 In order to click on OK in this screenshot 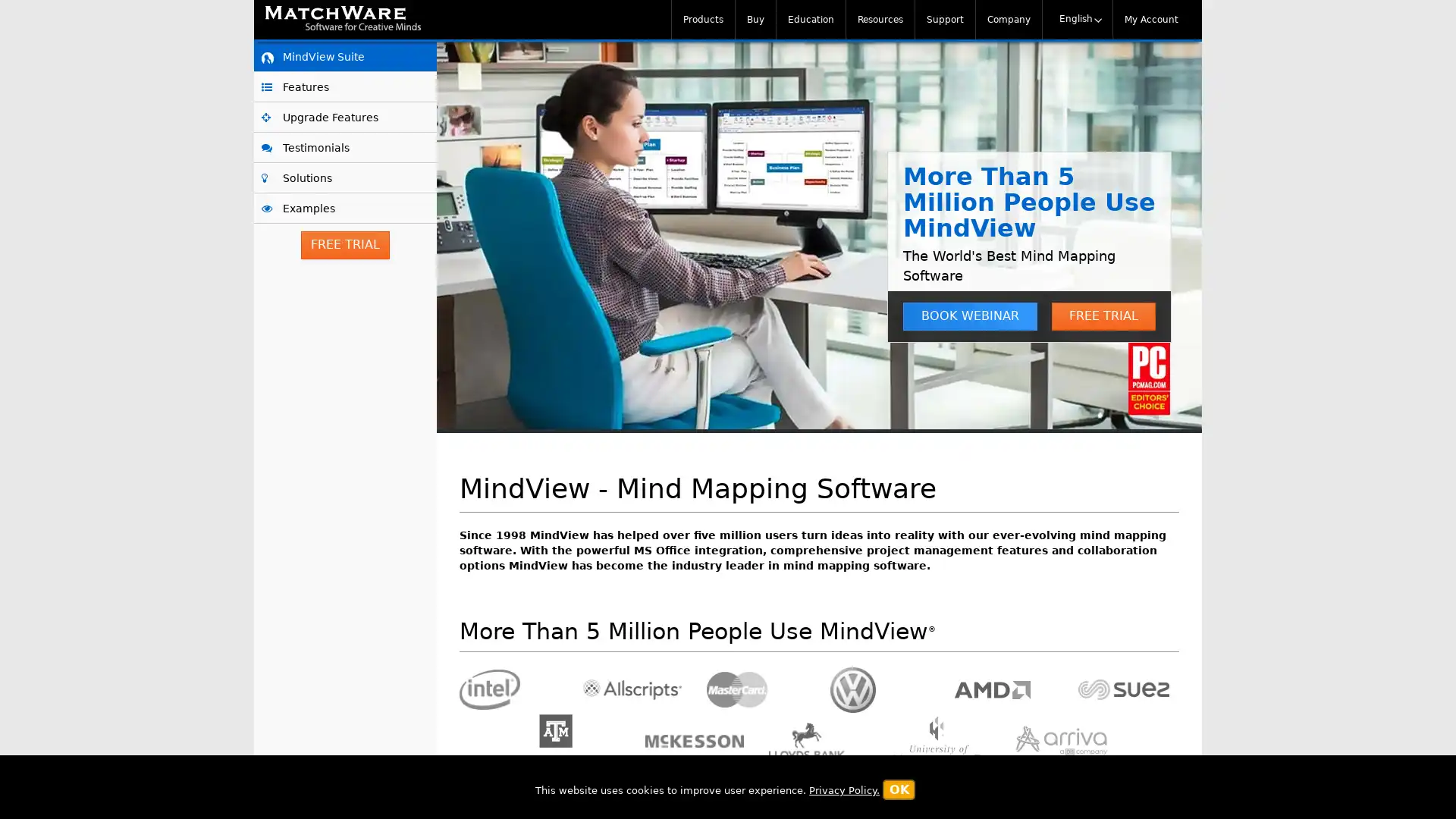, I will do `click(899, 789)`.